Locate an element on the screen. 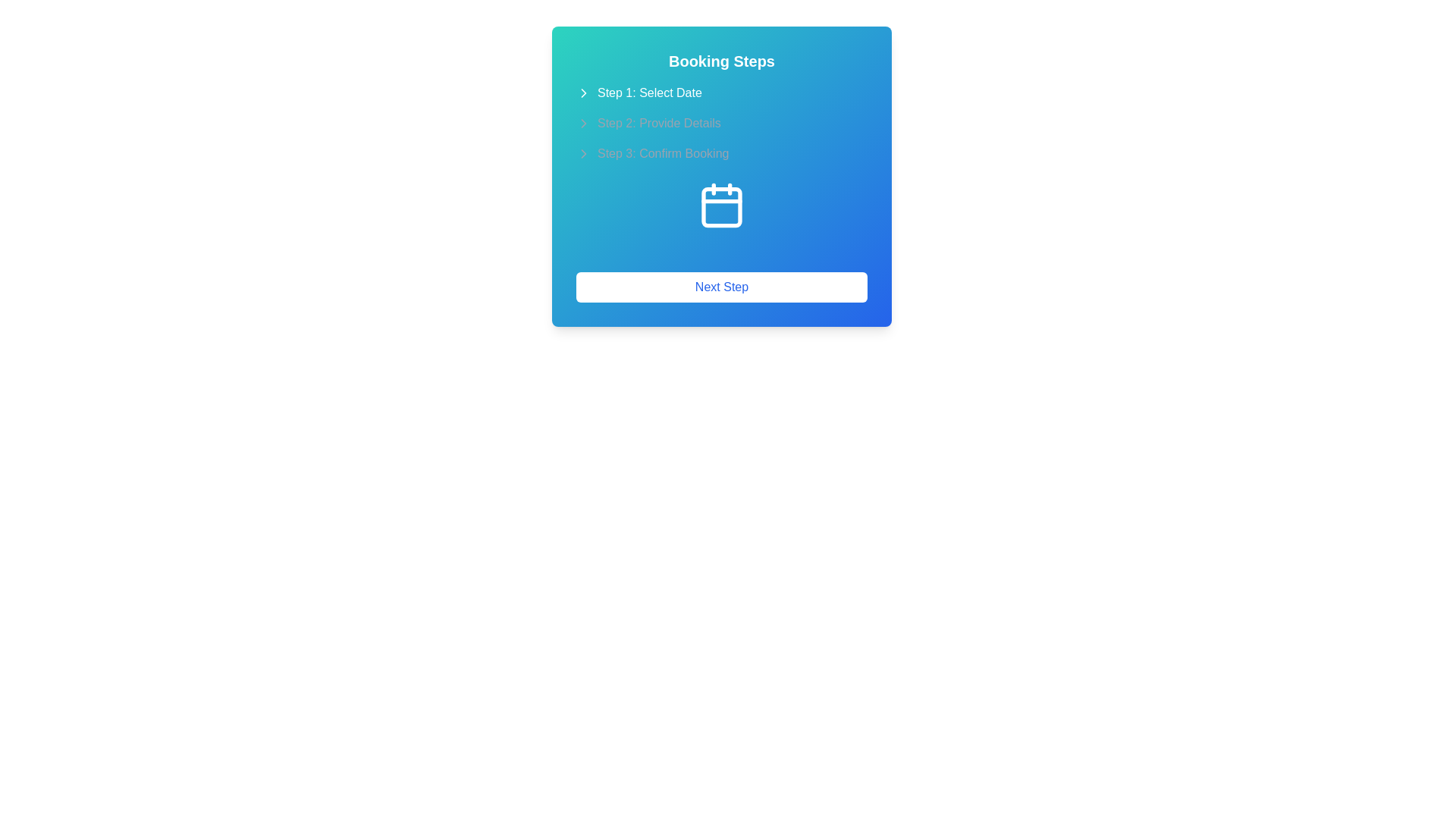  the navigation button located at the bottom center of the blue gradient box is located at coordinates (720, 287).